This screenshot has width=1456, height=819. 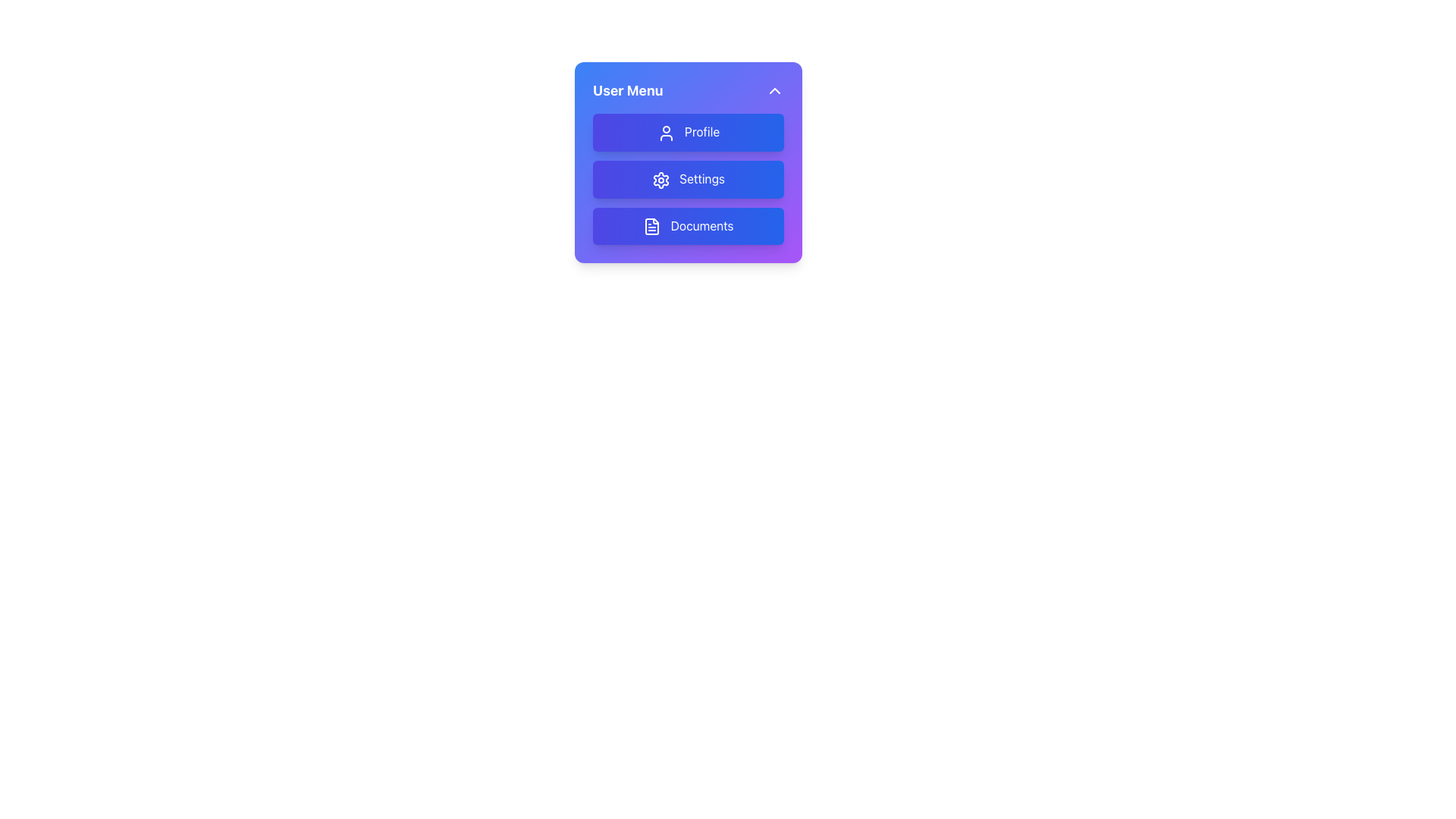 I want to click on the 'Documents' button, which is the third button in the vertical stack under 'Profile' and 'Settings', represented by the document icon, so click(x=652, y=227).